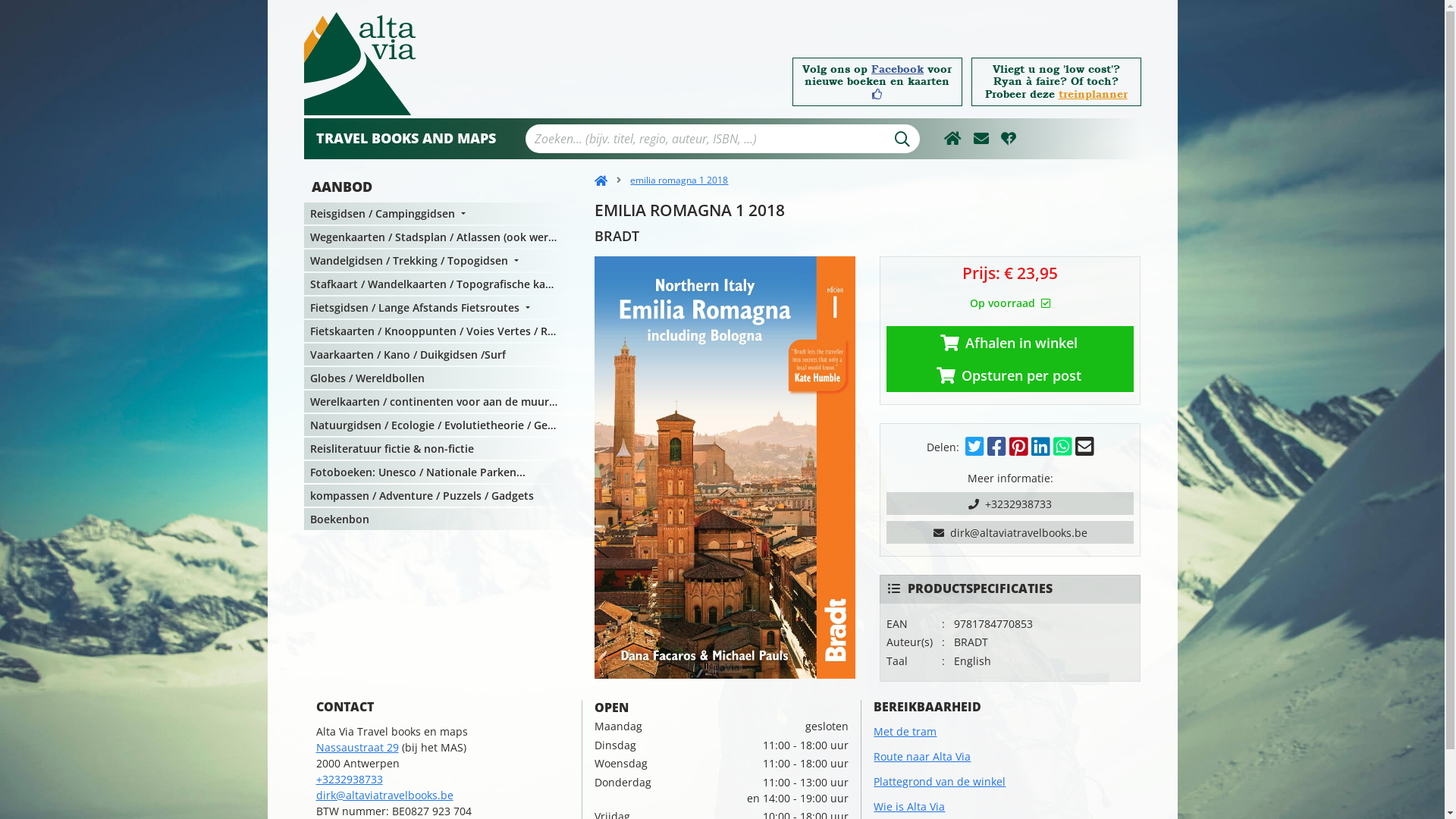 The height and width of the screenshot is (819, 1456). Describe the element at coordinates (436, 447) in the screenshot. I see `'Reisliteratuur fictie & non-fictie'` at that location.